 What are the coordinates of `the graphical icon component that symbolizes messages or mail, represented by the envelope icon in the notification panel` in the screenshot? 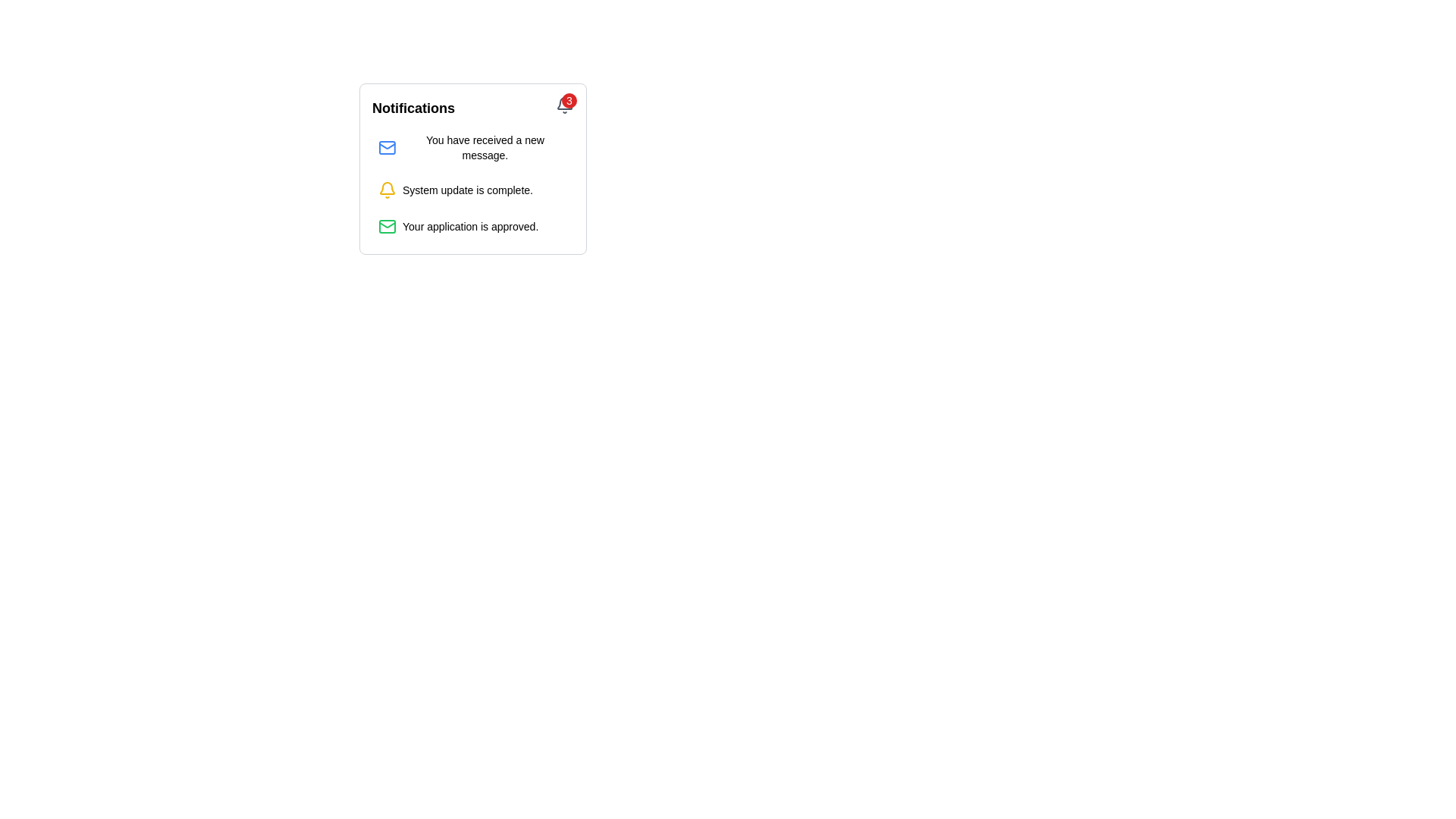 It's located at (387, 148).